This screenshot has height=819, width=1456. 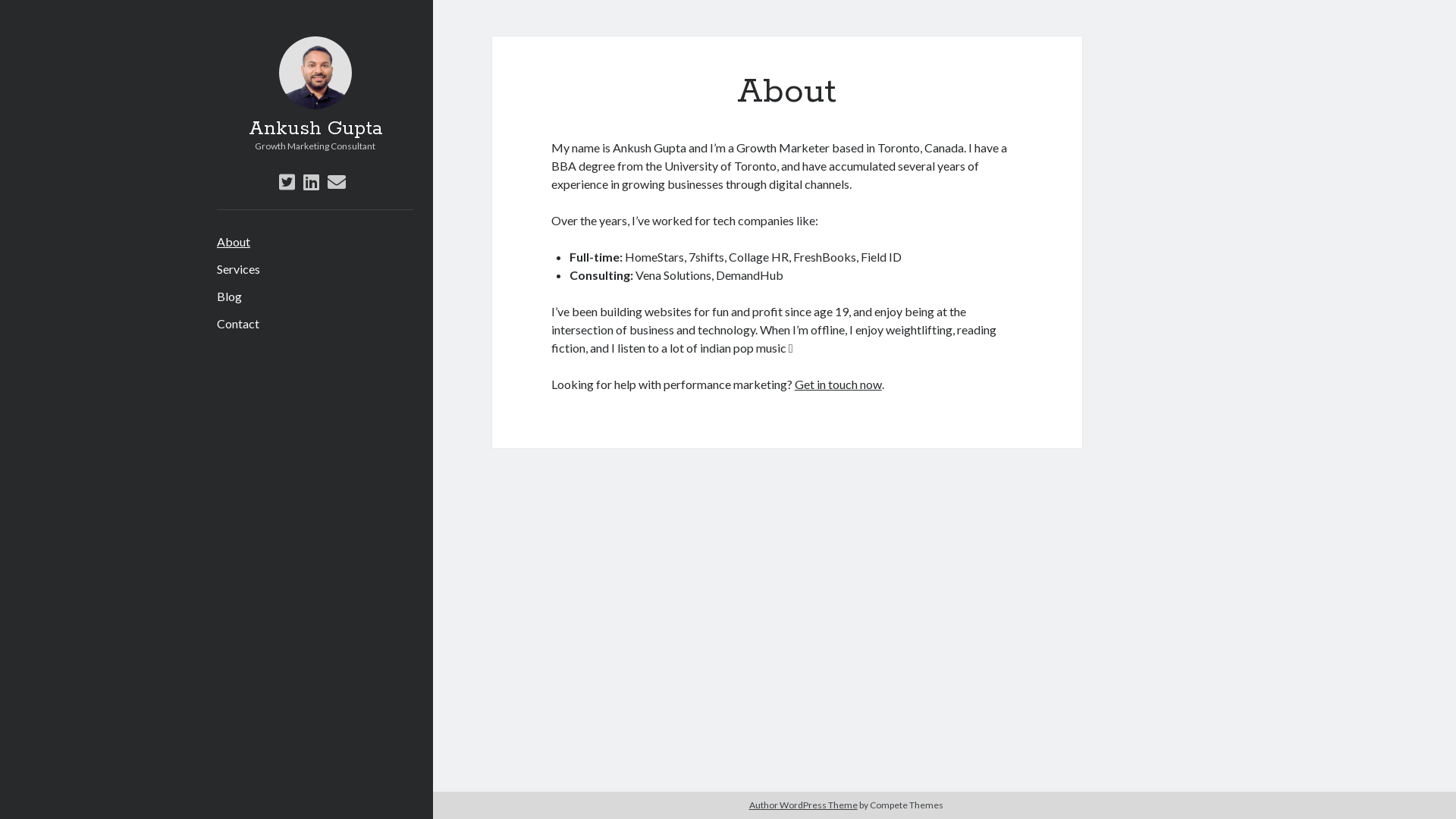 I want to click on 'Blog', so click(x=216, y=296).